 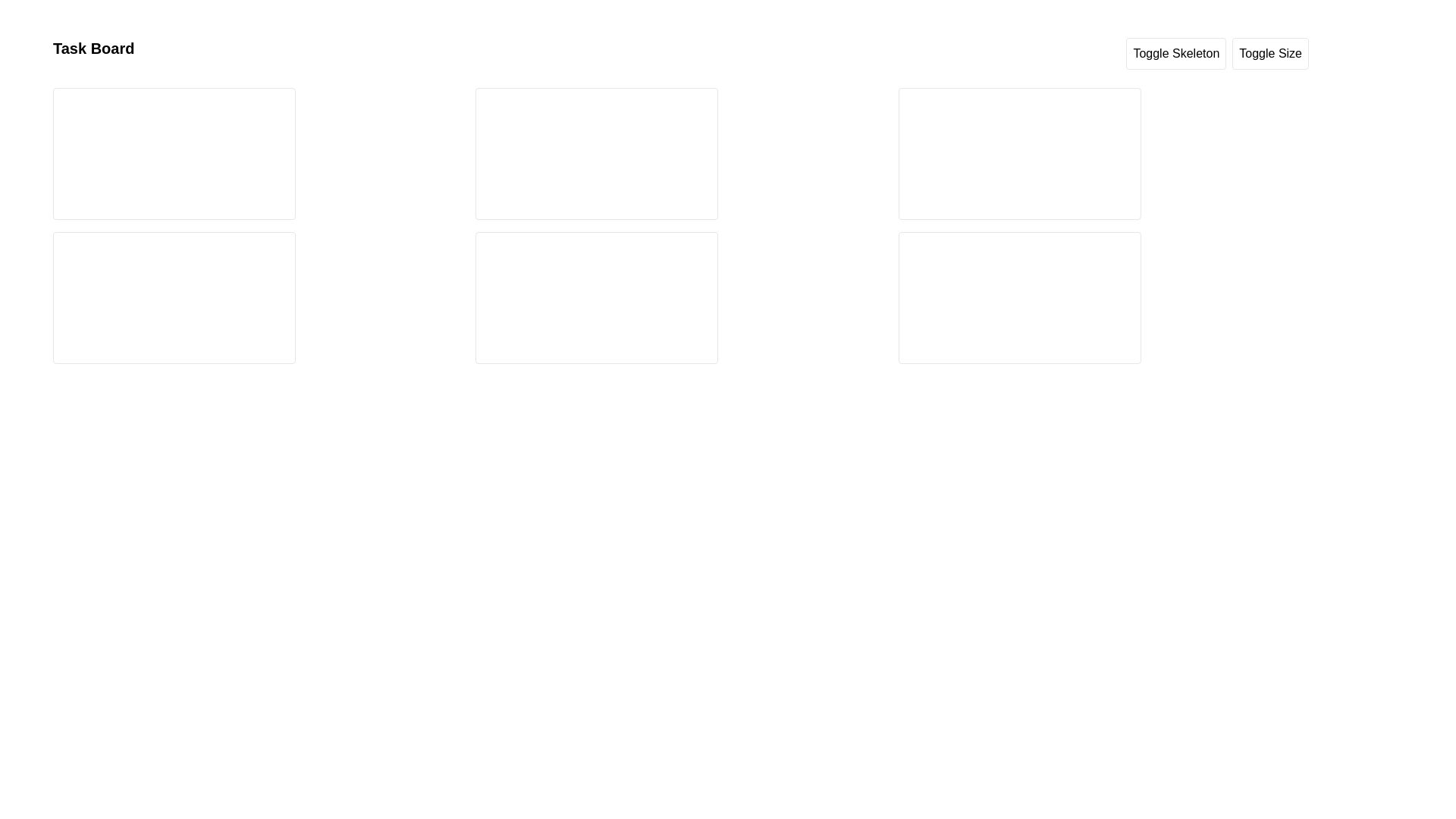 I want to click on the 'Skeleton' toggle button located at the top right section of the interface, so click(x=1175, y=52).